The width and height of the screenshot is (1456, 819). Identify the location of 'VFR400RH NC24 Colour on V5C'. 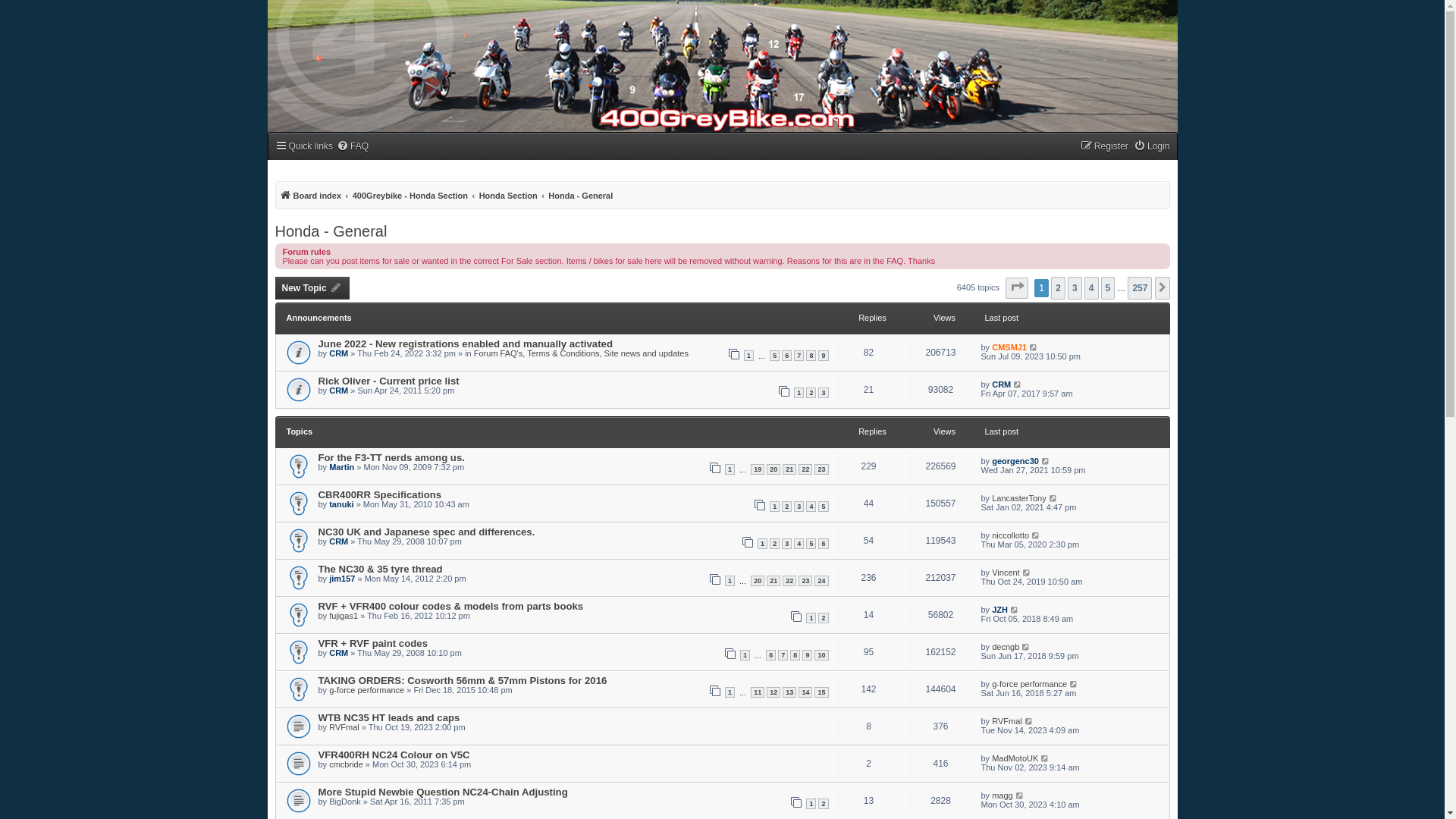
(394, 755).